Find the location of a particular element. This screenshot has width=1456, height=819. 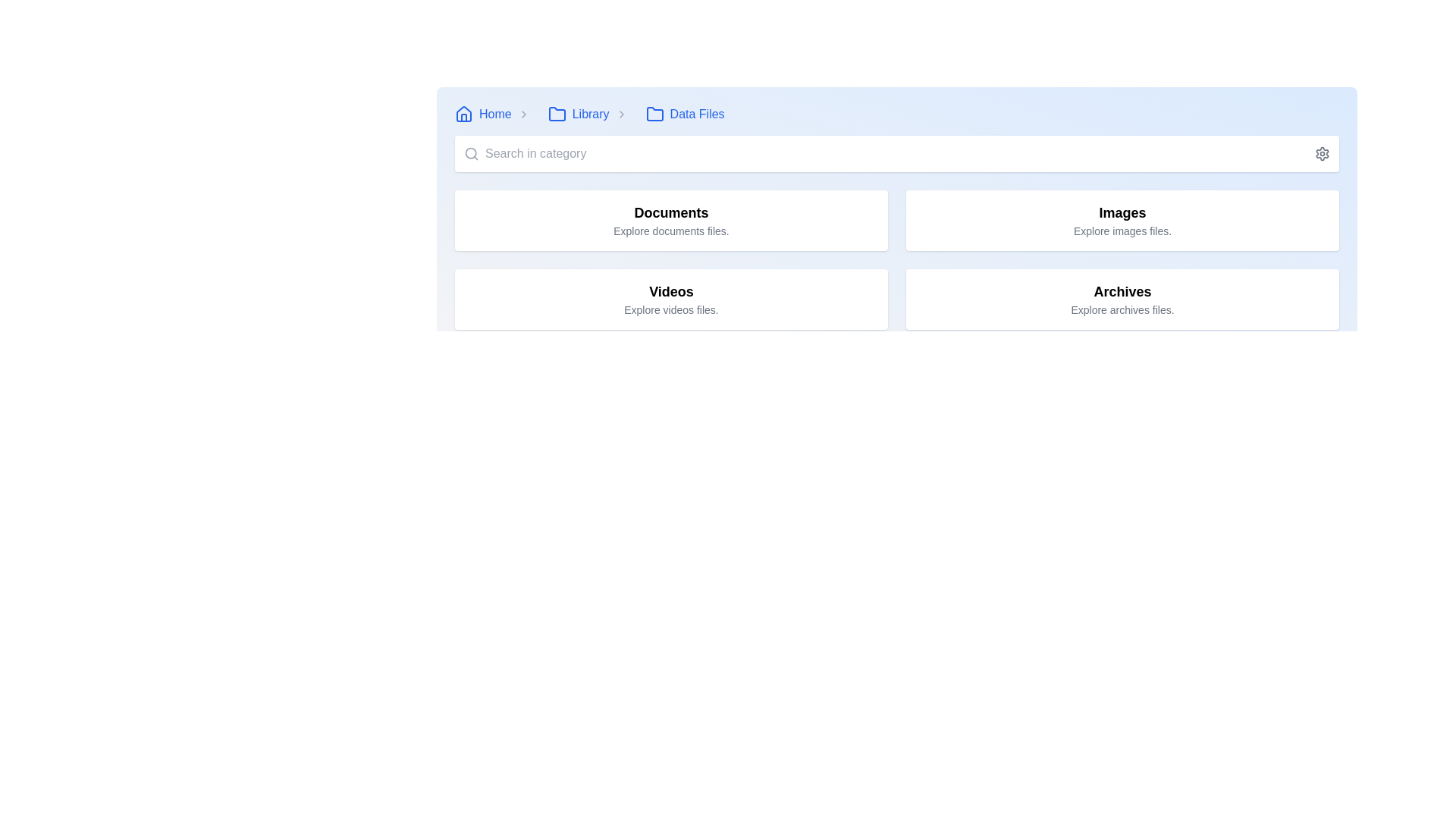

the 'Home' text label in the navigation bar is located at coordinates (495, 113).